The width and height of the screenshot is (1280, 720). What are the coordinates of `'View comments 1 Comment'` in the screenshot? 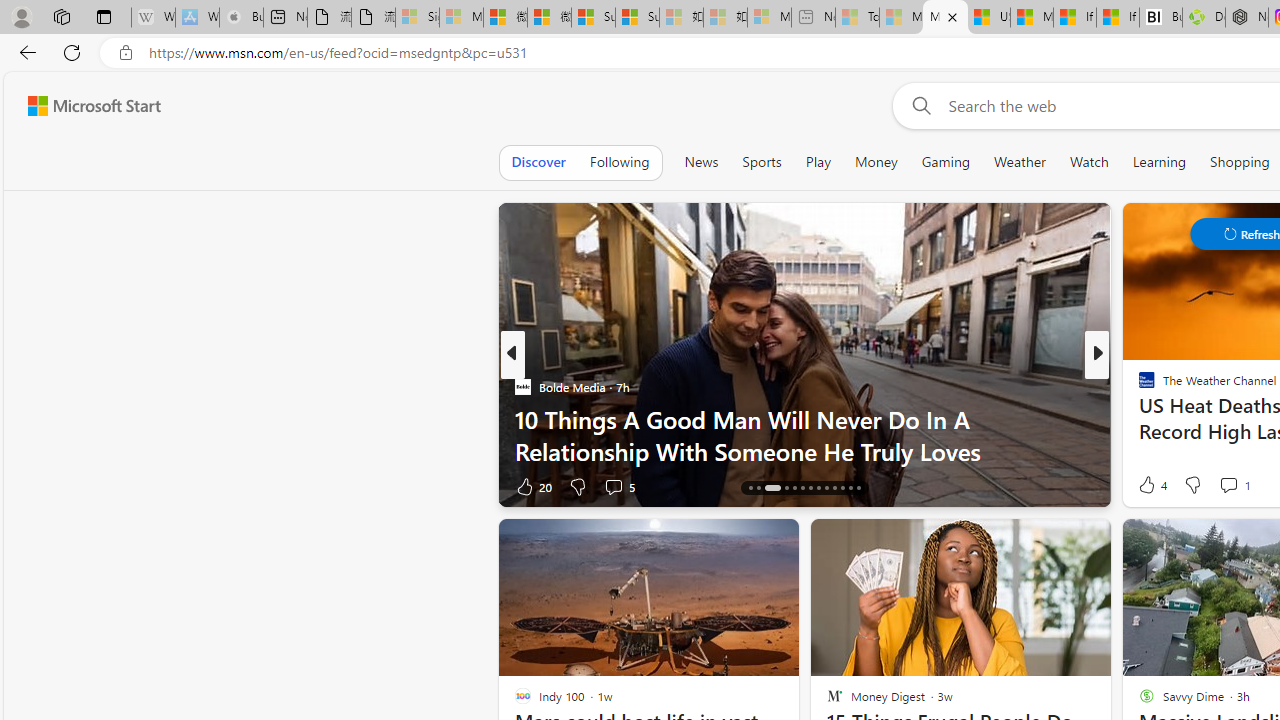 It's located at (1227, 485).